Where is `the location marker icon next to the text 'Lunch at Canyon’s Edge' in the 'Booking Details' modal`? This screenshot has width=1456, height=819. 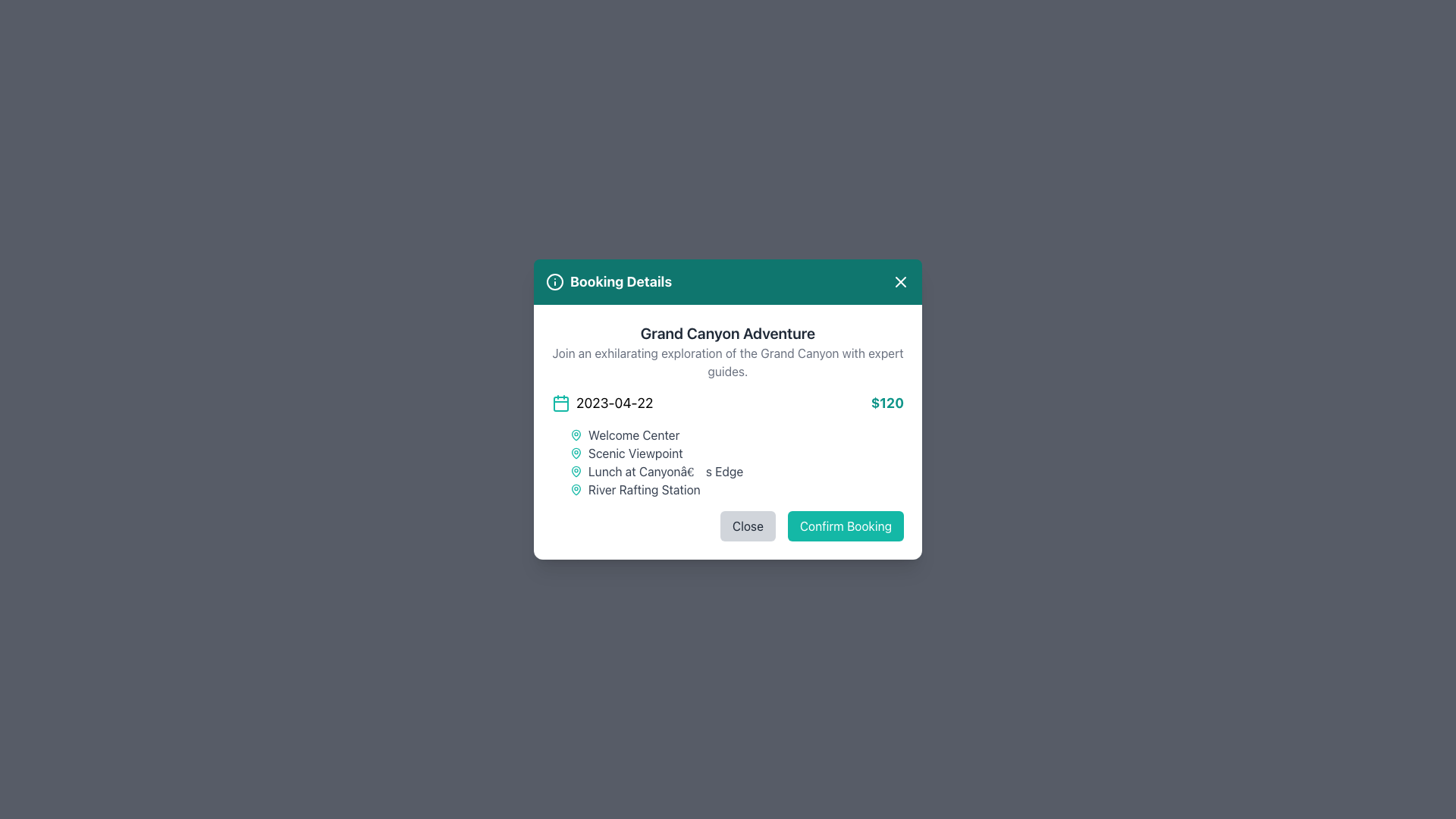
the location marker icon next to the text 'Lunch at Canyon’s Edge' in the 'Booking Details' modal is located at coordinates (575, 470).